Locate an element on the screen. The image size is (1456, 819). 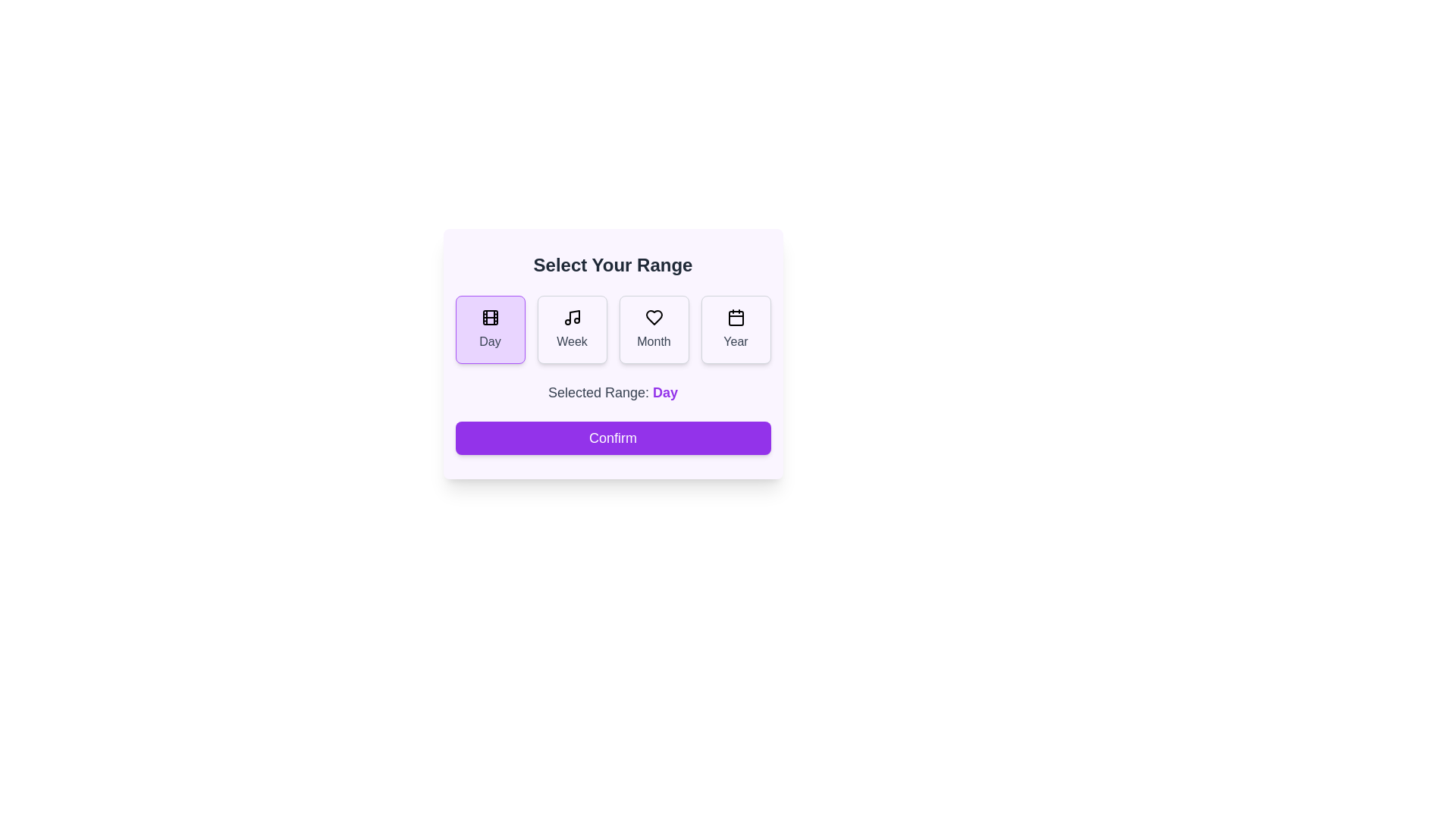
the decorative shape representing the date within the calendar icon, which is the fourth button from the left in the row of buttons near the top of the interface is located at coordinates (736, 318).